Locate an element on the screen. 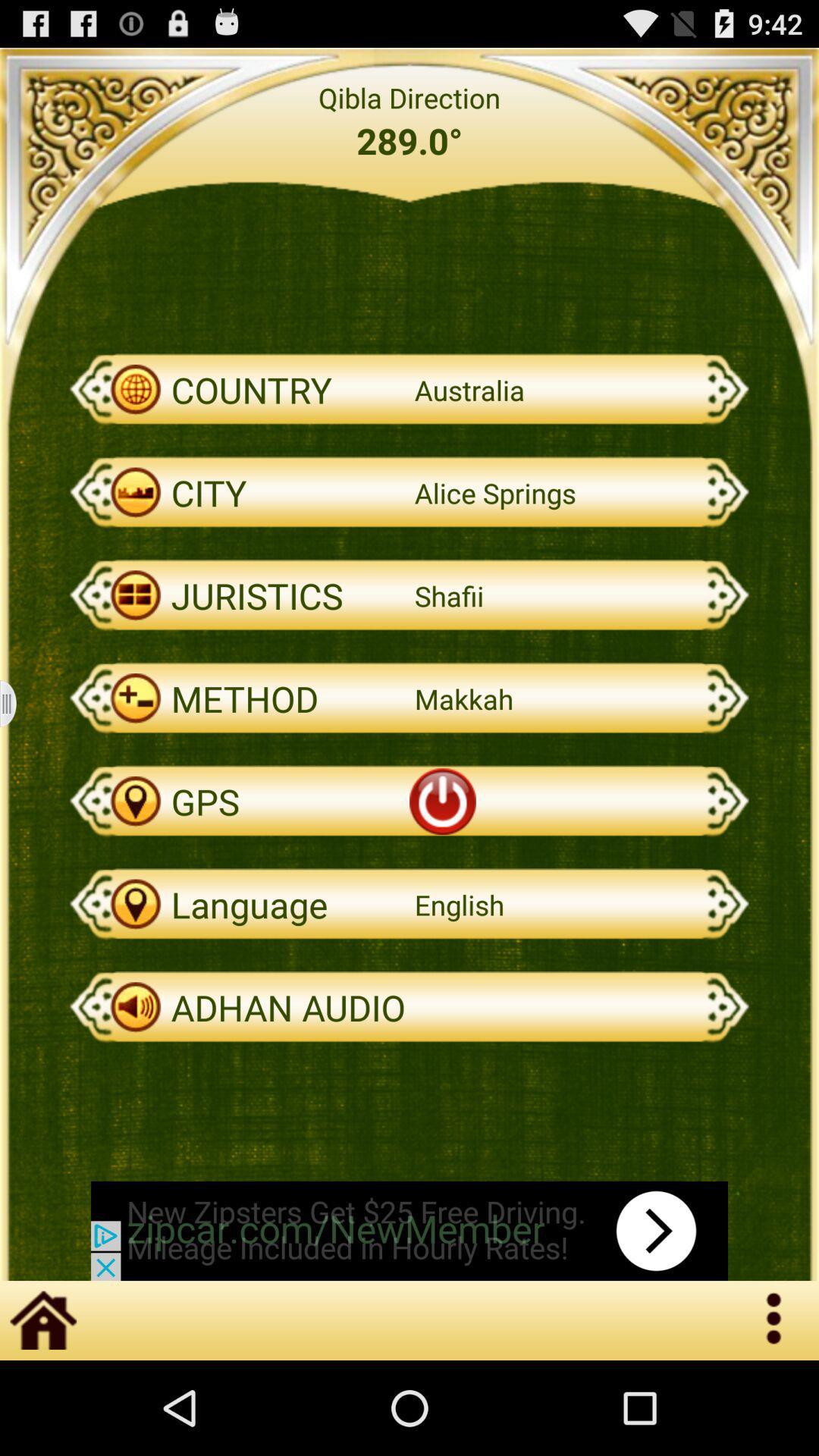 The width and height of the screenshot is (819, 1456). the tab below text language is located at coordinates (409, 1008).